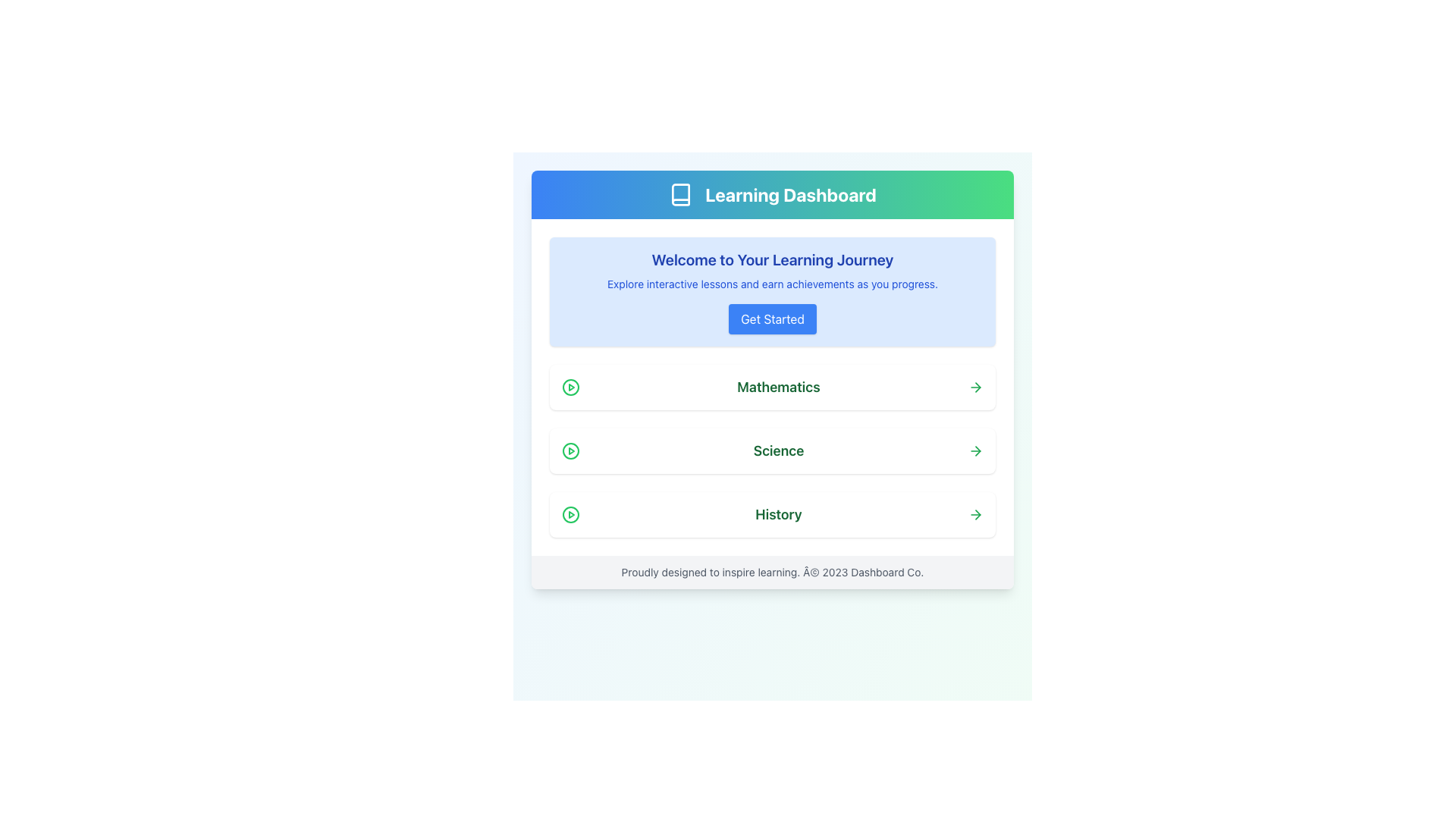  Describe the element at coordinates (977, 386) in the screenshot. I see `the green arrow icon pointing to the right, located next to the 'Mathematics' list item` at that location.